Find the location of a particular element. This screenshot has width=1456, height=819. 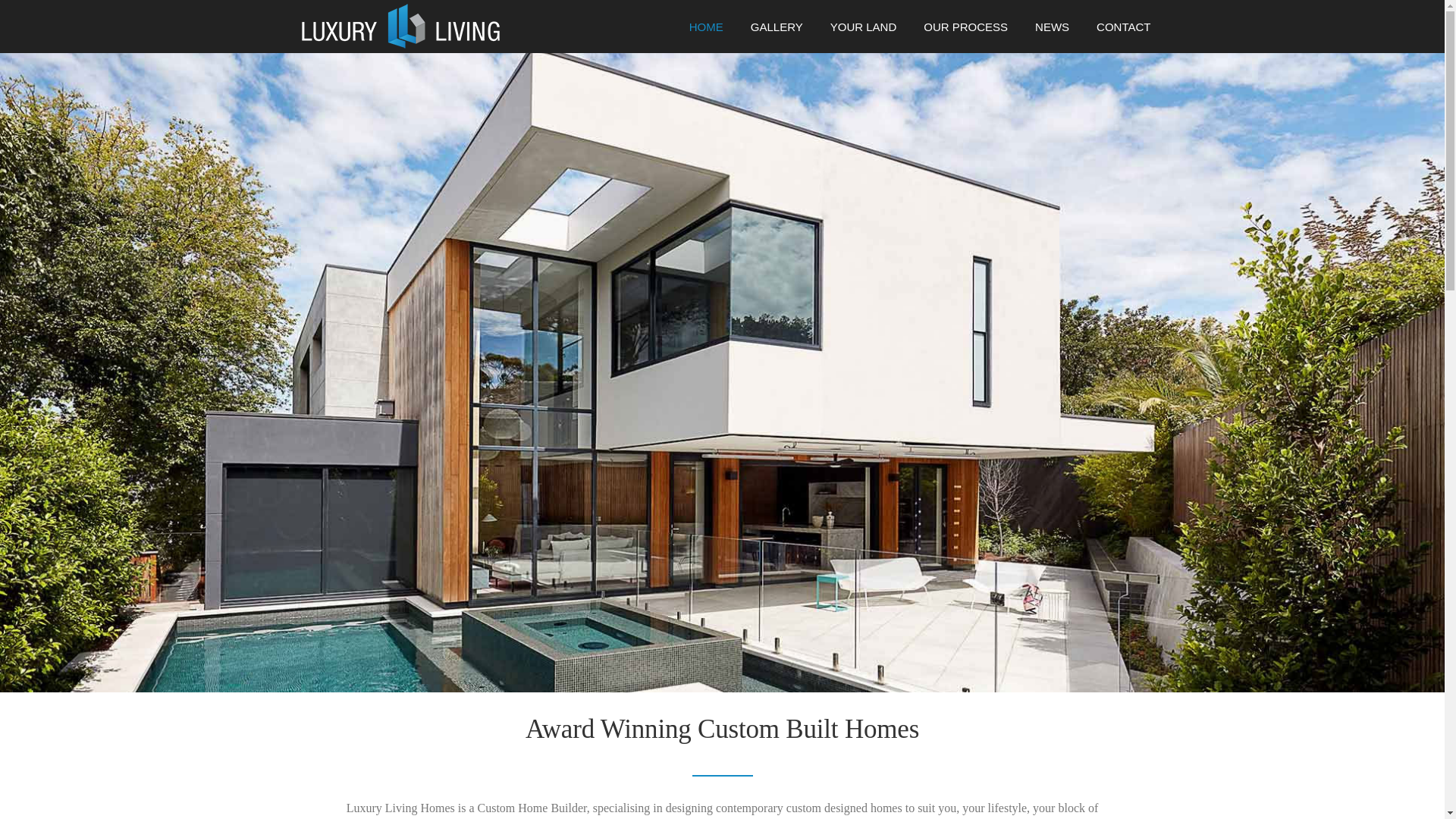

'HOME' is located at coordinates (675, 33).